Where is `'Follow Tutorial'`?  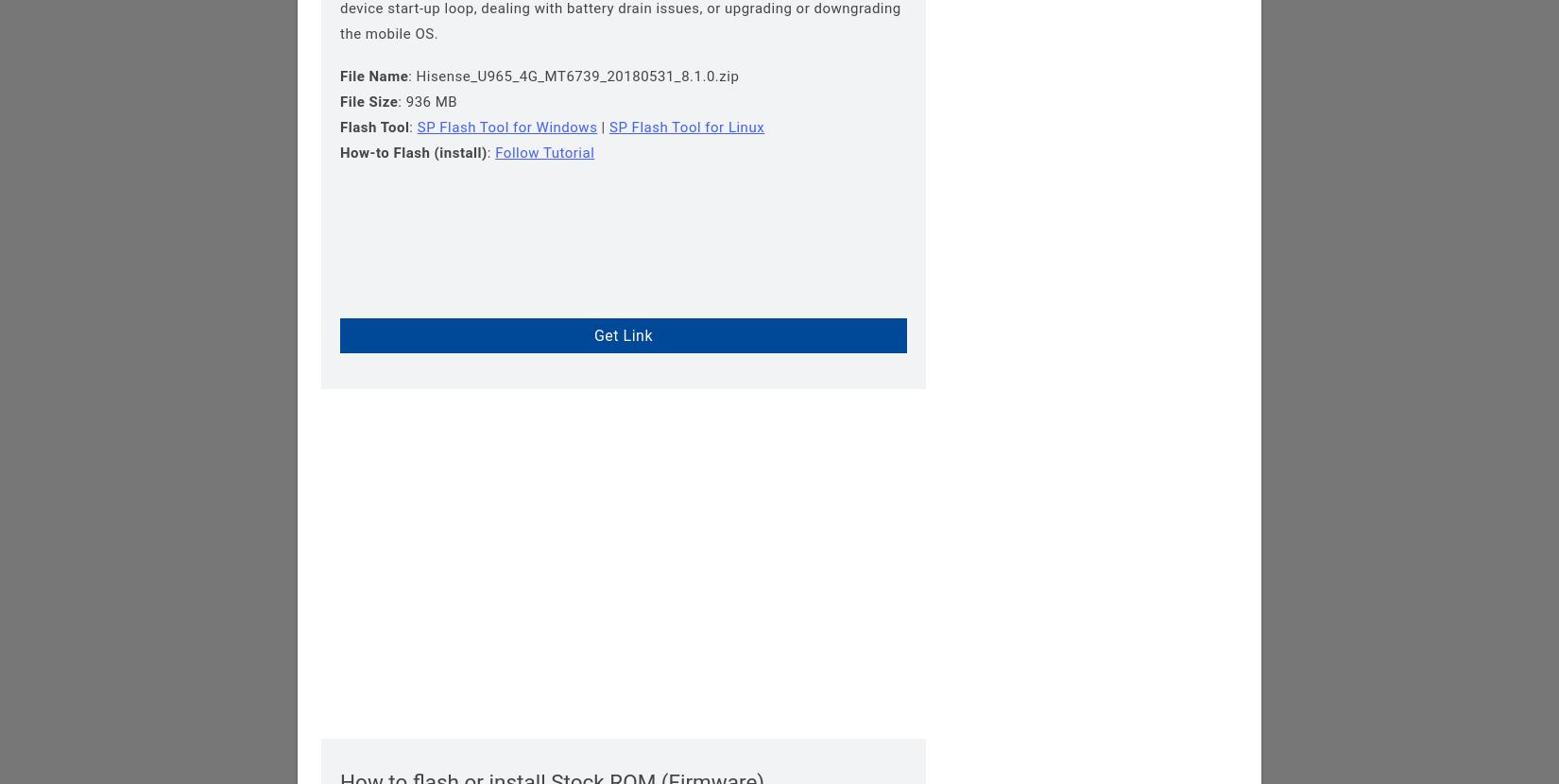
'Follow Tutorial' is located at coordinates (543, 152).